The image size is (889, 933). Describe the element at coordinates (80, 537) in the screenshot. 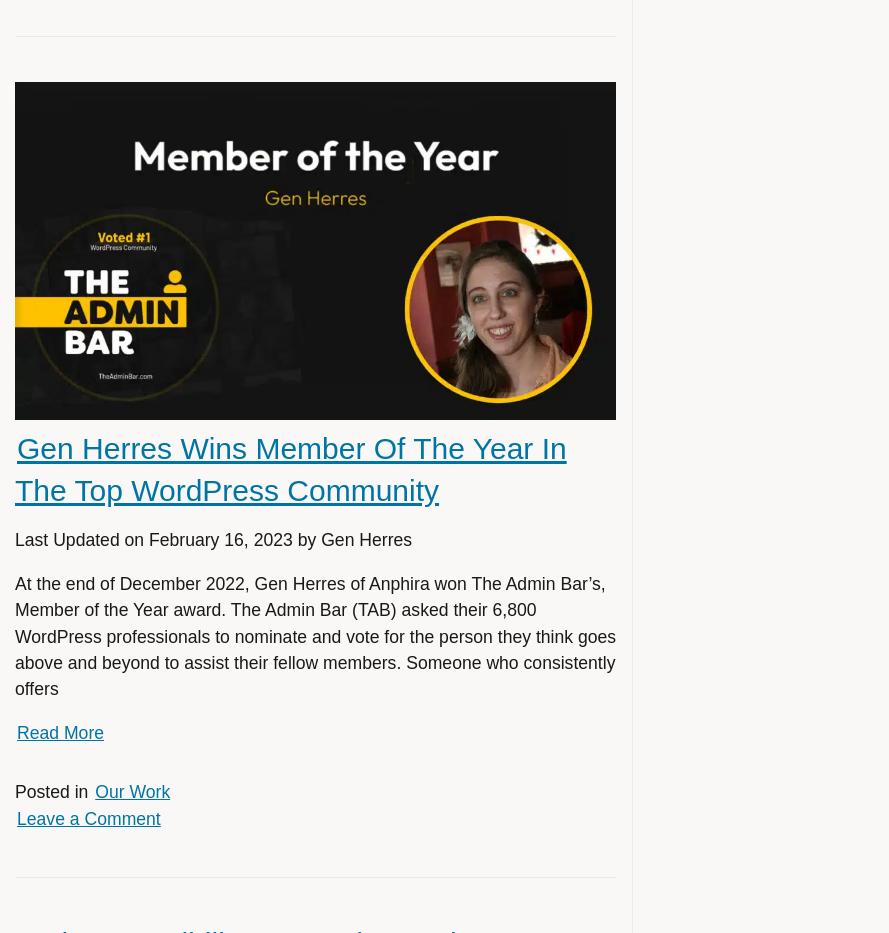

I see `'Last Updated on'` at that location.